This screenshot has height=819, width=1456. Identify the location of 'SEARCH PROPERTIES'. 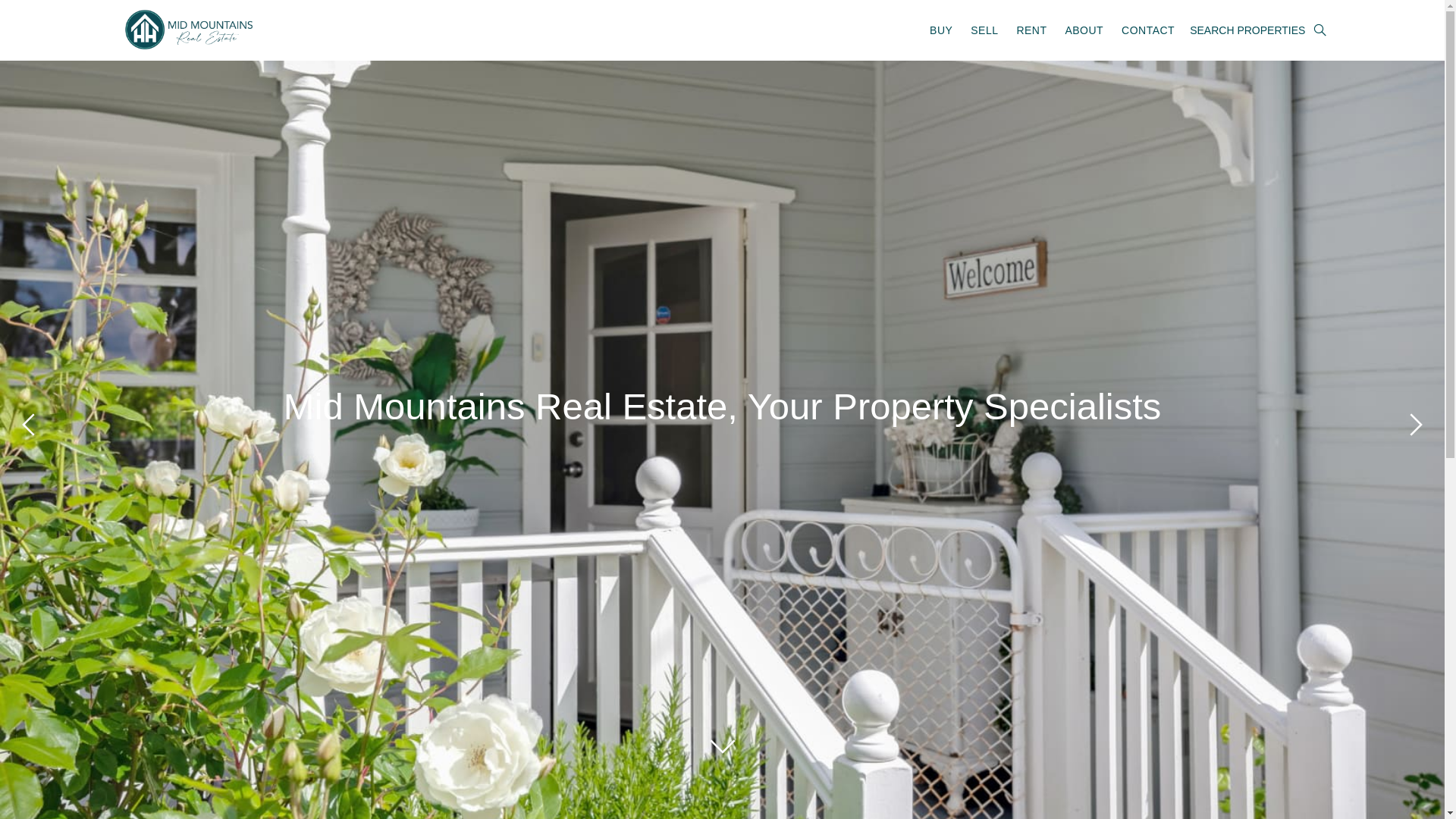
(1255, 30).